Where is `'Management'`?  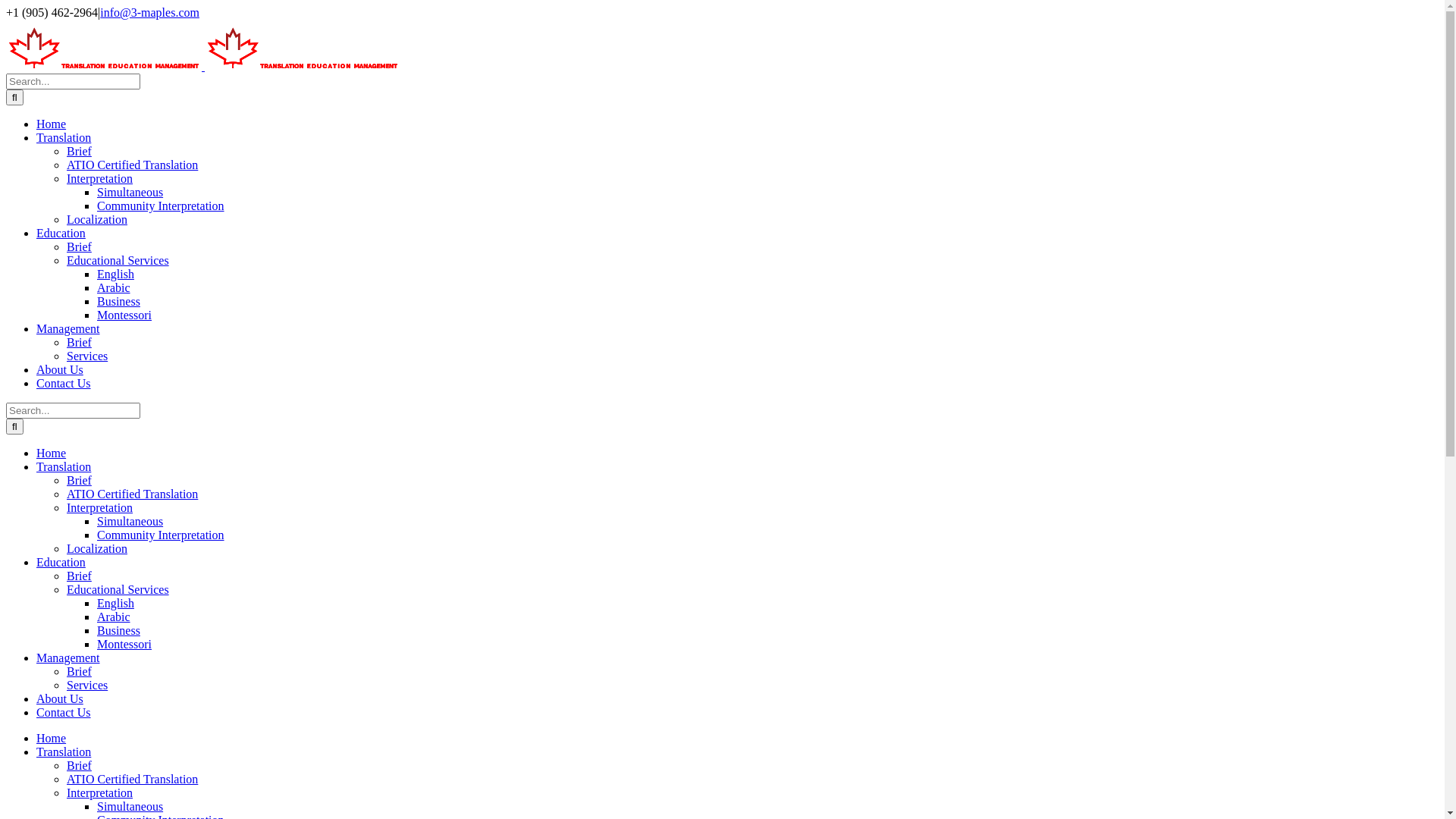
'Management' is located at coordinates (67, 328).